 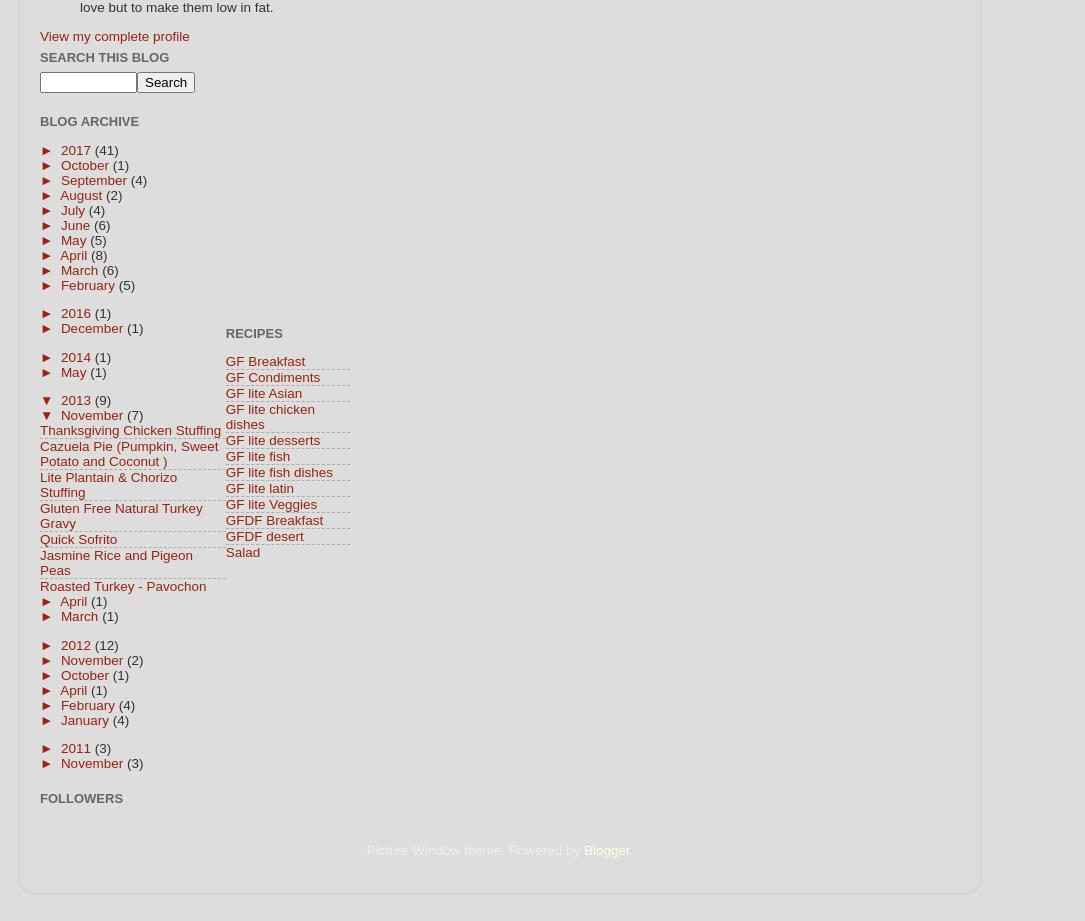 I want to click on '.', so click(x=631, y=848).